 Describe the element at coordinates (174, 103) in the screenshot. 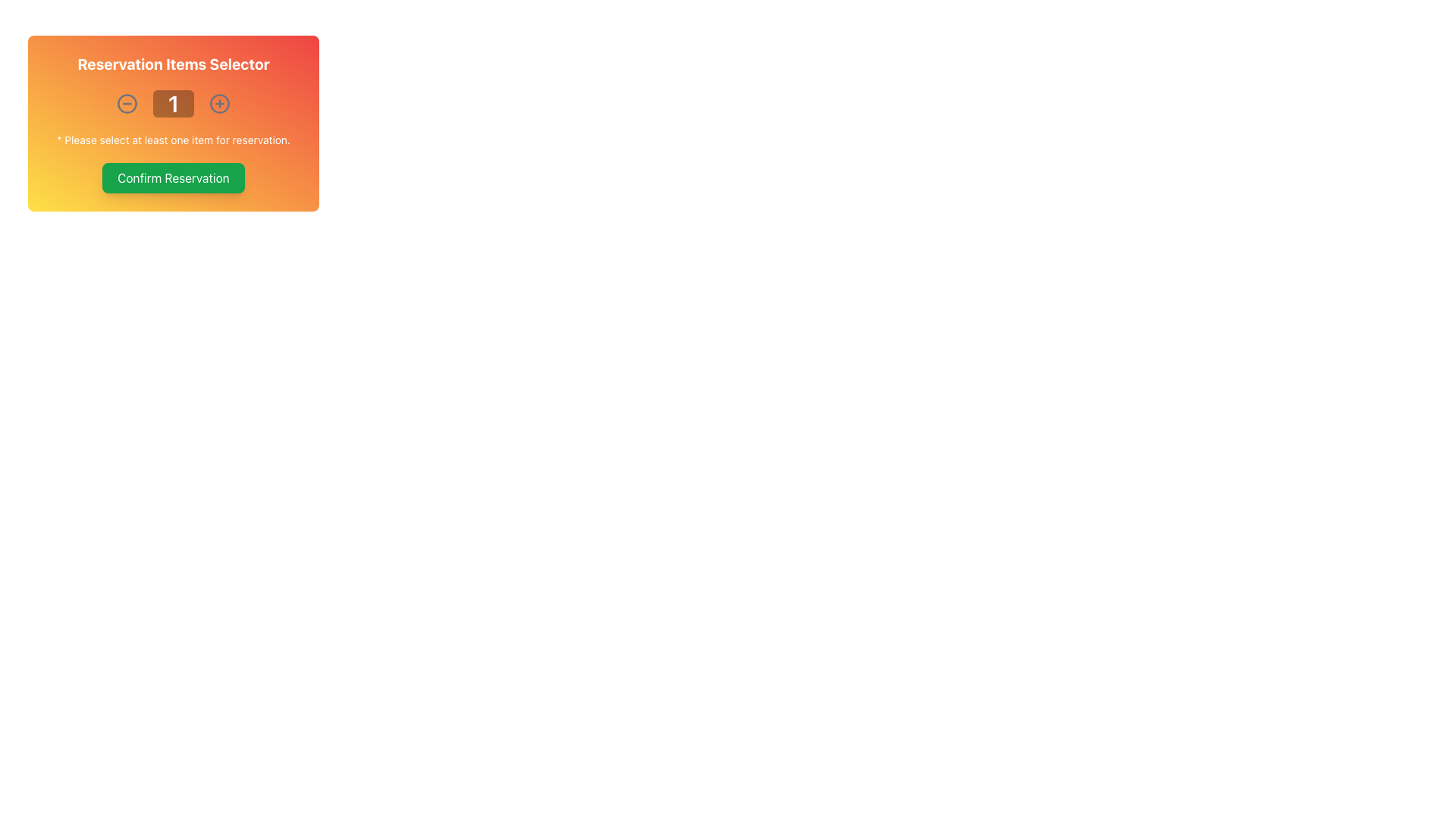

I see `the textual numeral '1' displayed in a bold, large font within the quantity selector, which is styled against a dark, semi-transparent background` at that location.